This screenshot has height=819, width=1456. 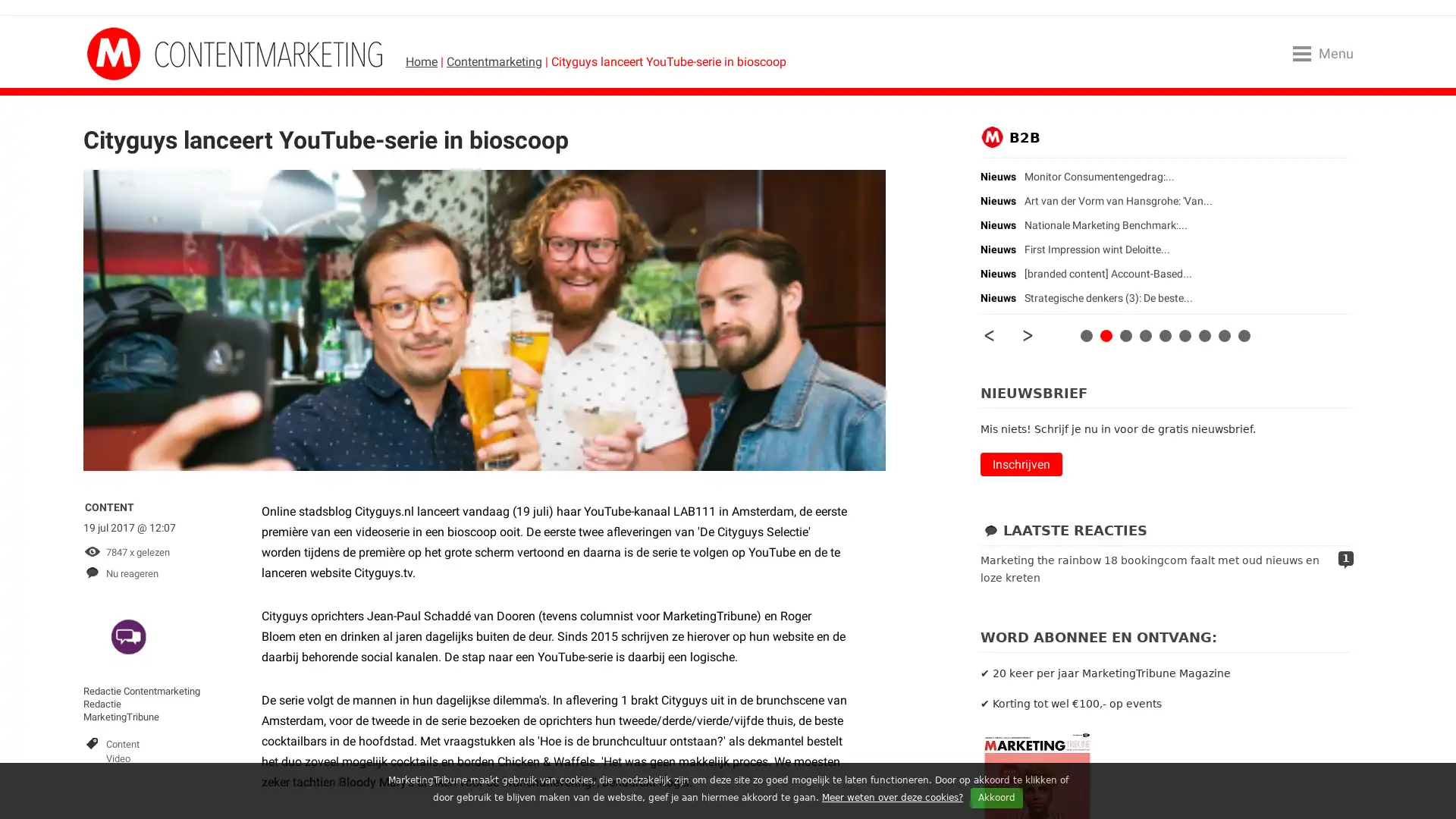 I want to click on AANMELDEN, so click(x=1326, y=772).